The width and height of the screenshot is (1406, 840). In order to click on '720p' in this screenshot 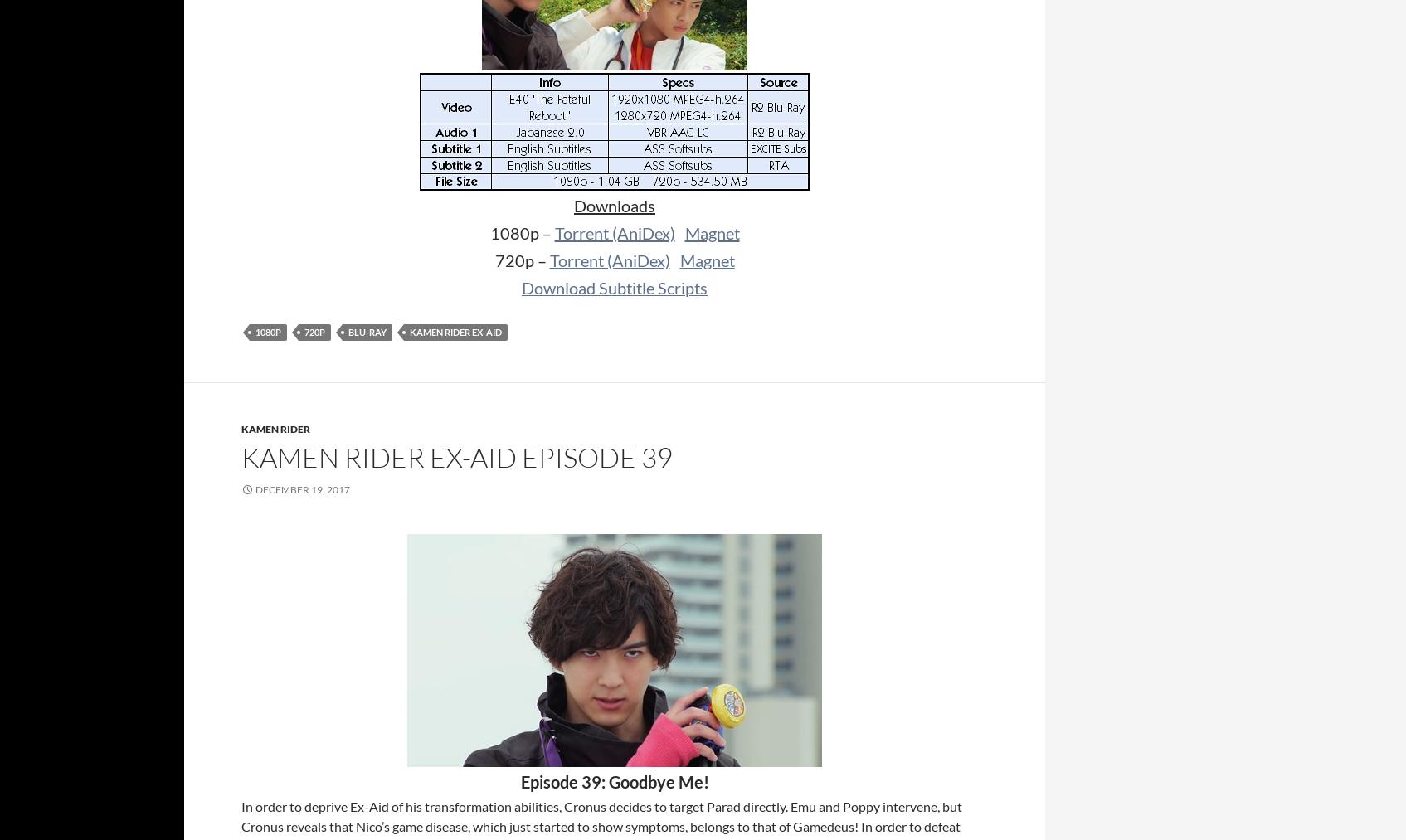, I will do `click(314, 332)`.